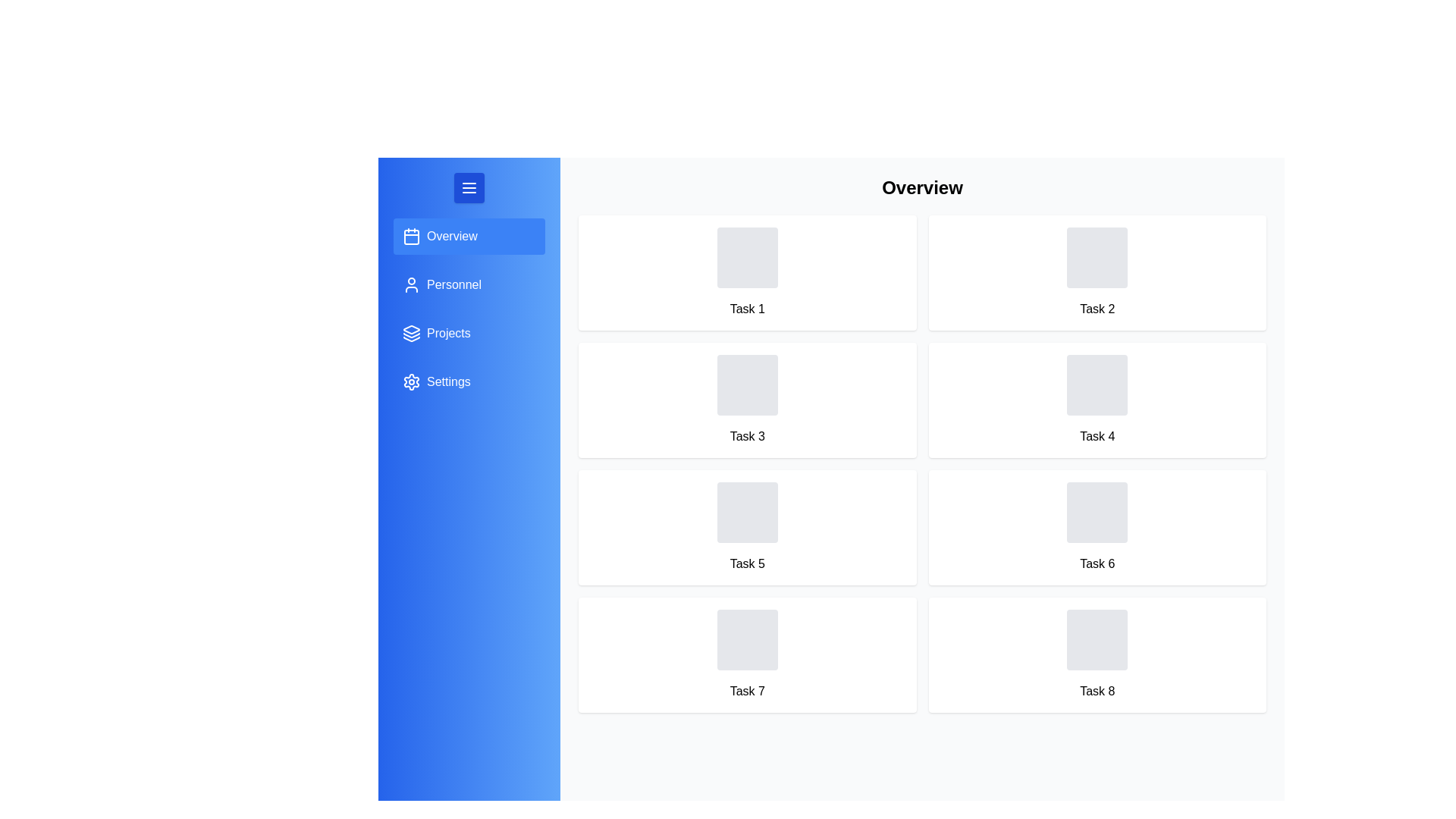 Image resolution: width=1456 pixels, height=819 pixels. What do you see at coordinates (469, 332) in the screenshot?
I see `the menu item for Projects to switch to that section` at bounding box center [469, 332].